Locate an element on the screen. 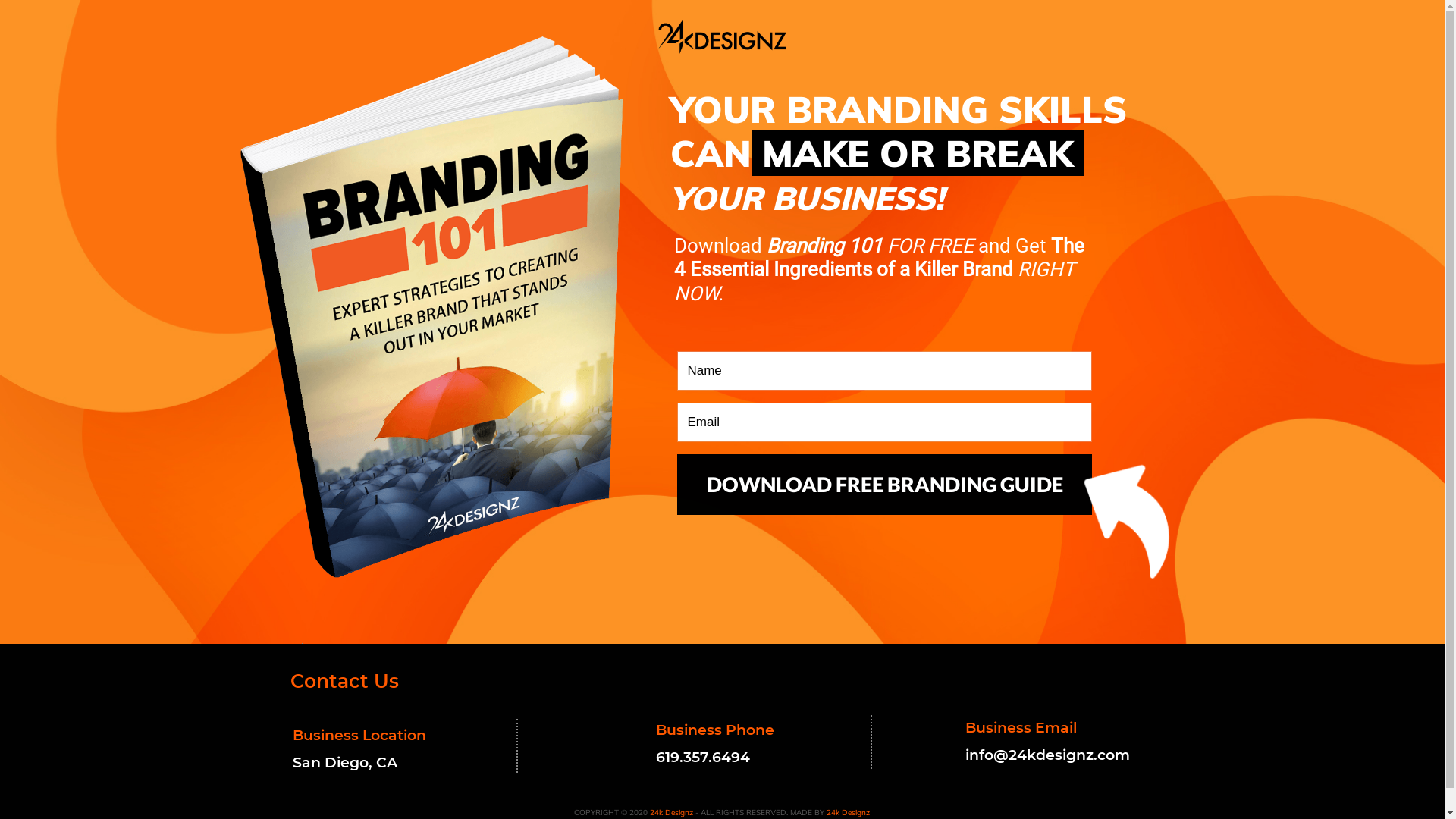  'DOWNLOAD FREE BRANDING GUIDE' is located at coordinates (884, 485).